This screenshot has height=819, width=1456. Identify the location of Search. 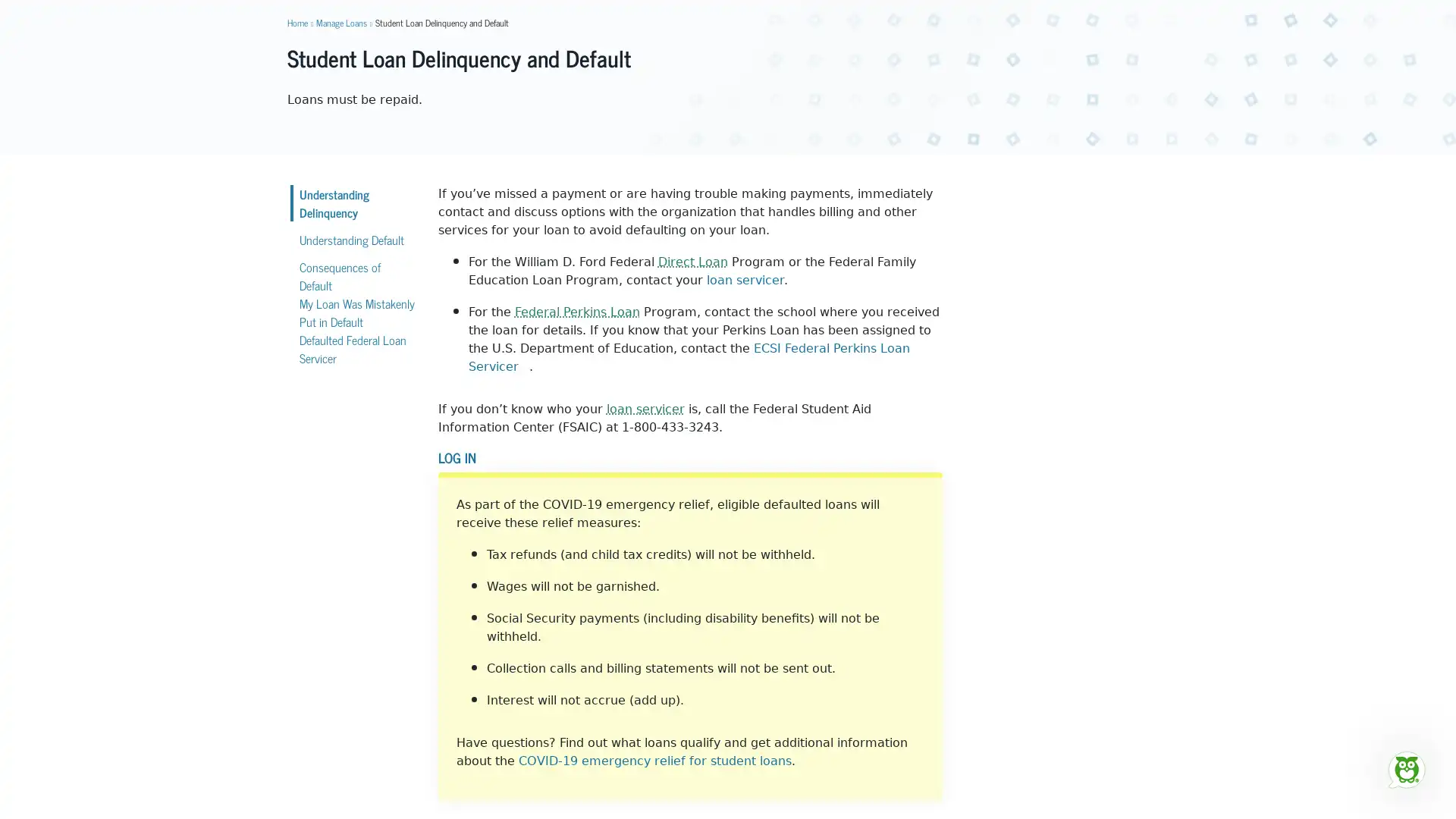
(952, 52).